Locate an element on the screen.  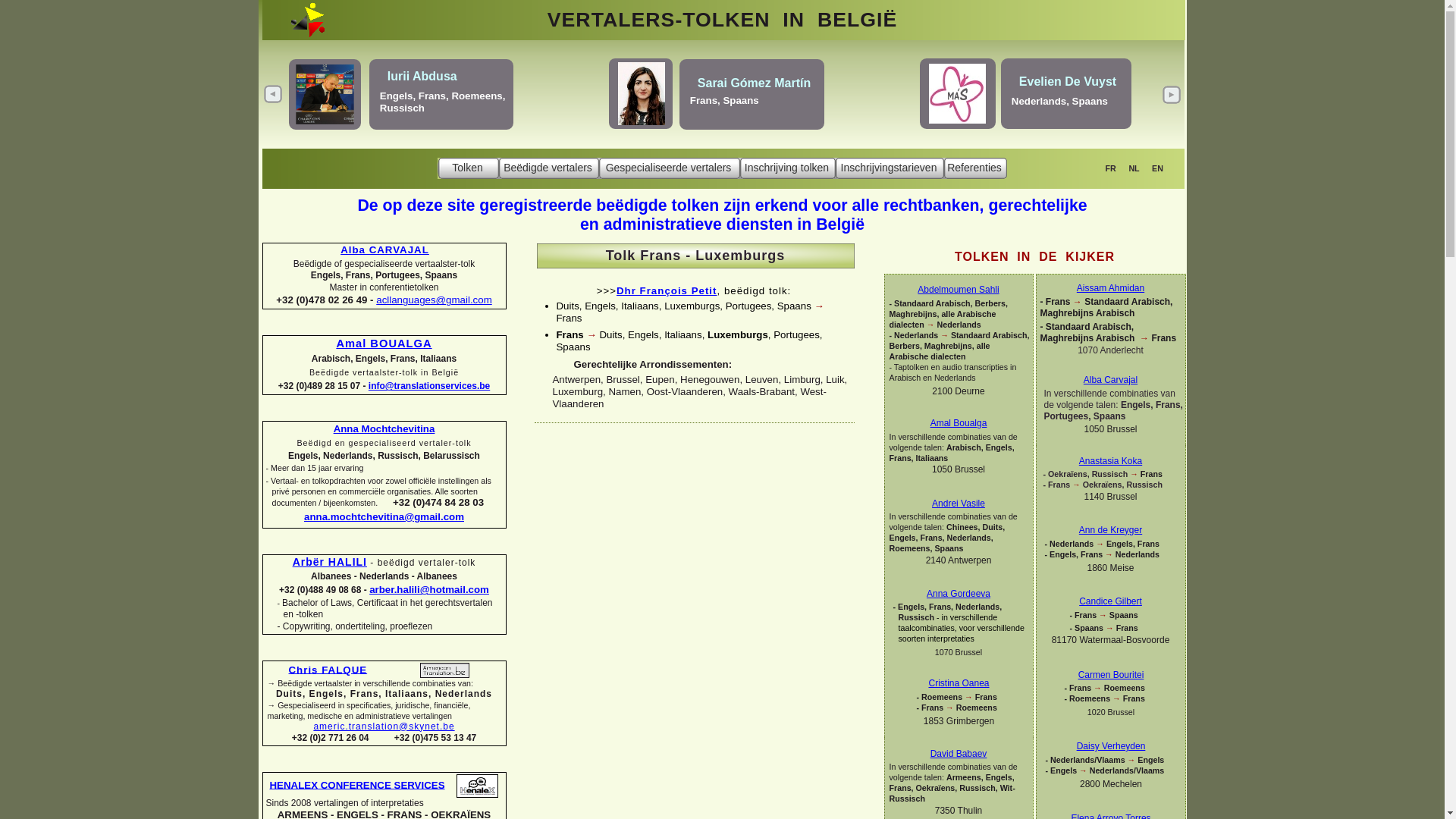
'FR' is located at coordinates (1110, 168).